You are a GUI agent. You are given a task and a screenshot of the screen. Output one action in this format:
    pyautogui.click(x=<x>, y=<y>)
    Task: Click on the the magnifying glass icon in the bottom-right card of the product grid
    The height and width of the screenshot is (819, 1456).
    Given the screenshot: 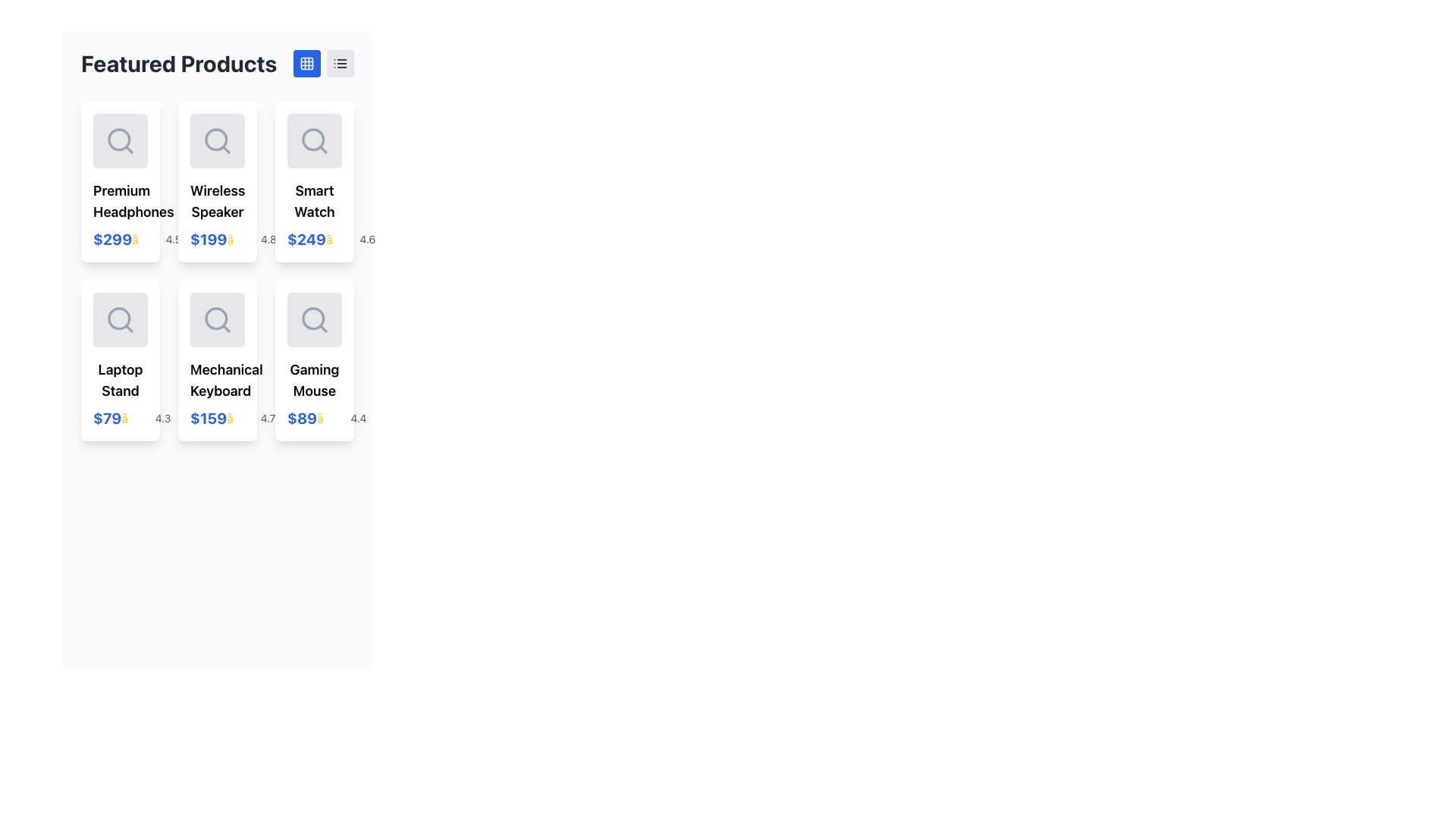 What is the action you would take?
    pyautogui.click(x=313, y=318)
    